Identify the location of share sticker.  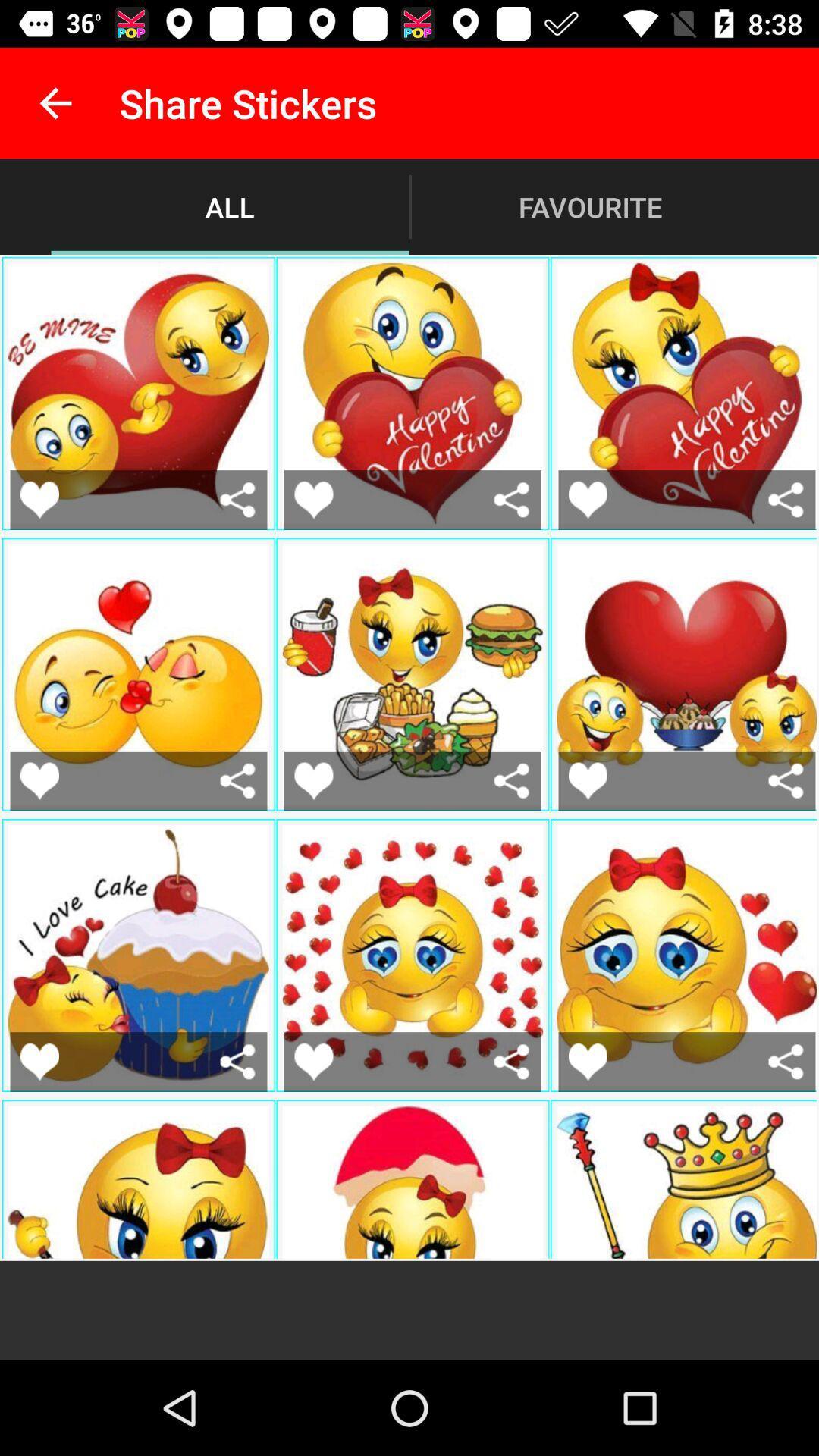
(785, 500).